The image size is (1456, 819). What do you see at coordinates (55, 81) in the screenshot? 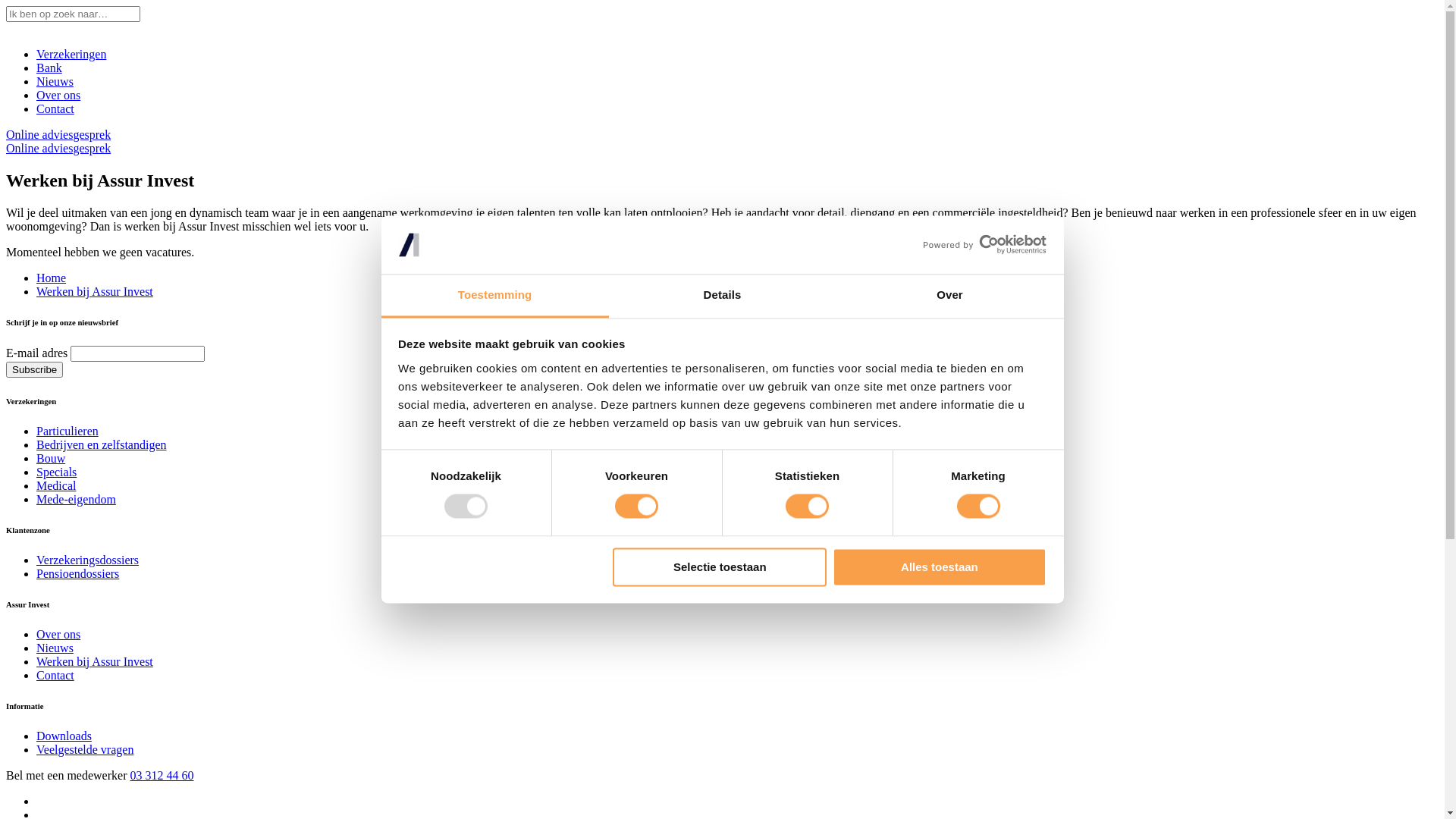
I see `'Nieuws'` at bounding box center [55, 81].